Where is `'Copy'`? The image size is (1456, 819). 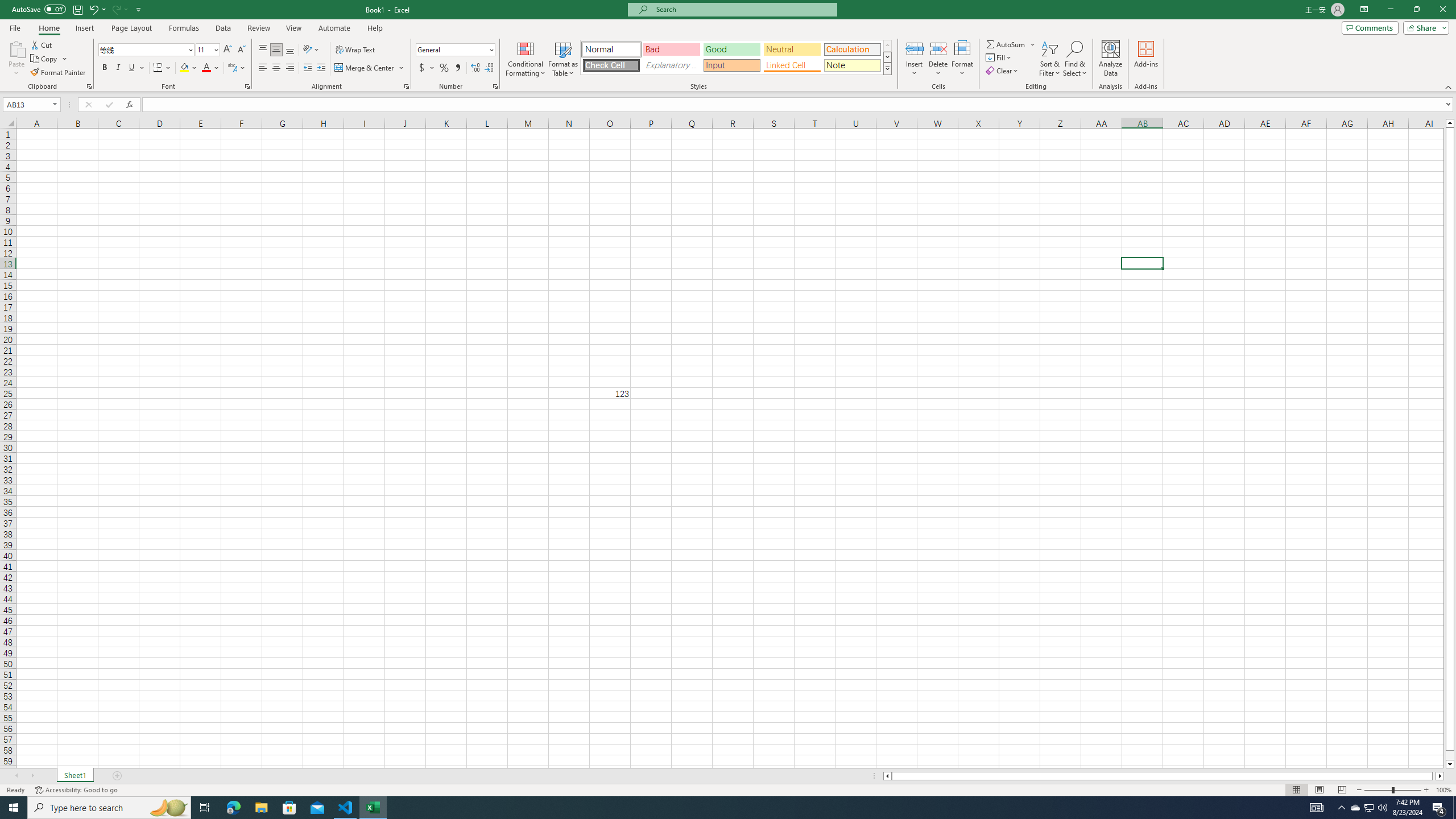 'Copy' is located at coordinates (44, 59).